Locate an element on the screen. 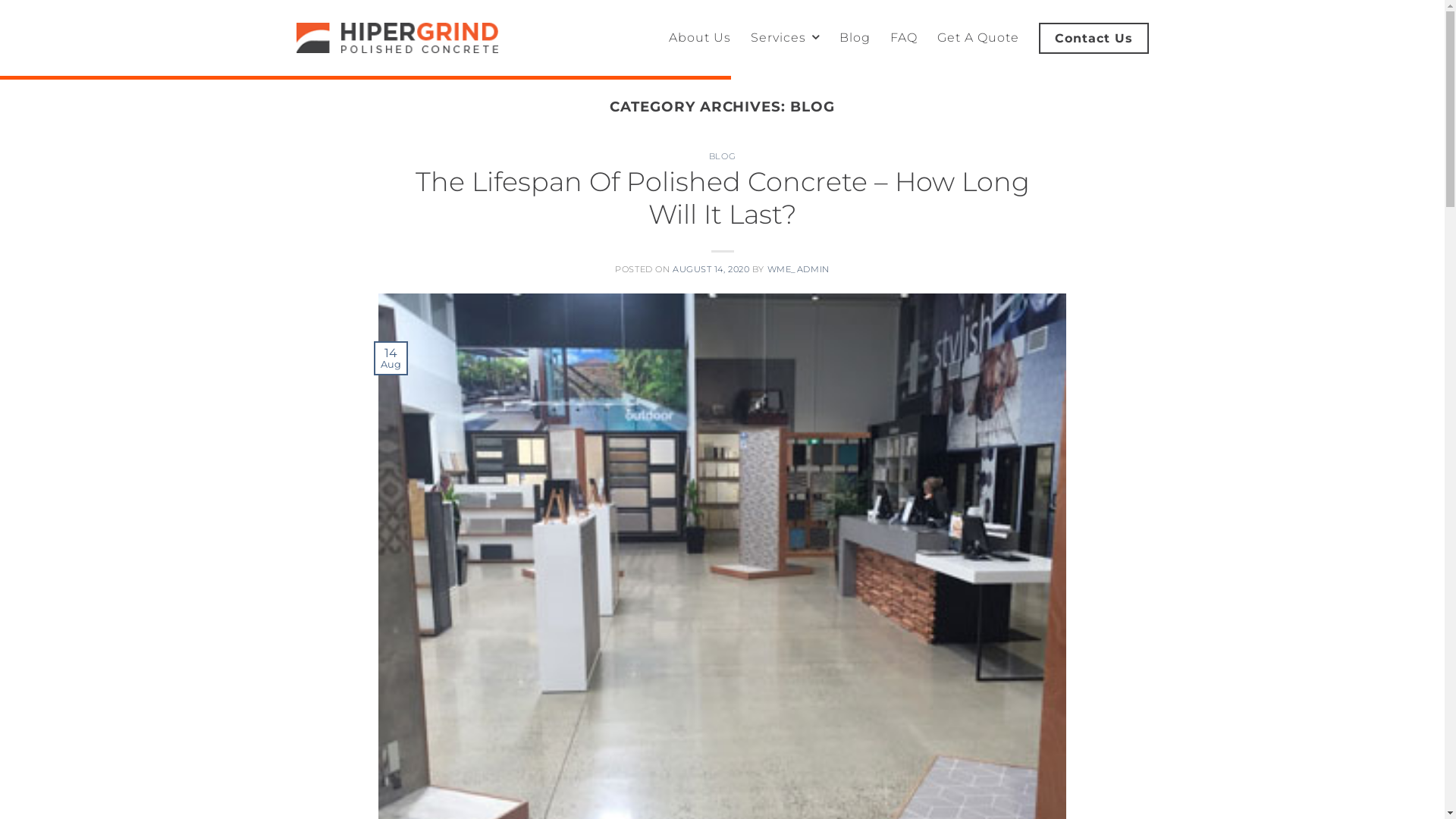 The image size is (1456, 819). 'BLOG' is located at coordinates (721, 155).